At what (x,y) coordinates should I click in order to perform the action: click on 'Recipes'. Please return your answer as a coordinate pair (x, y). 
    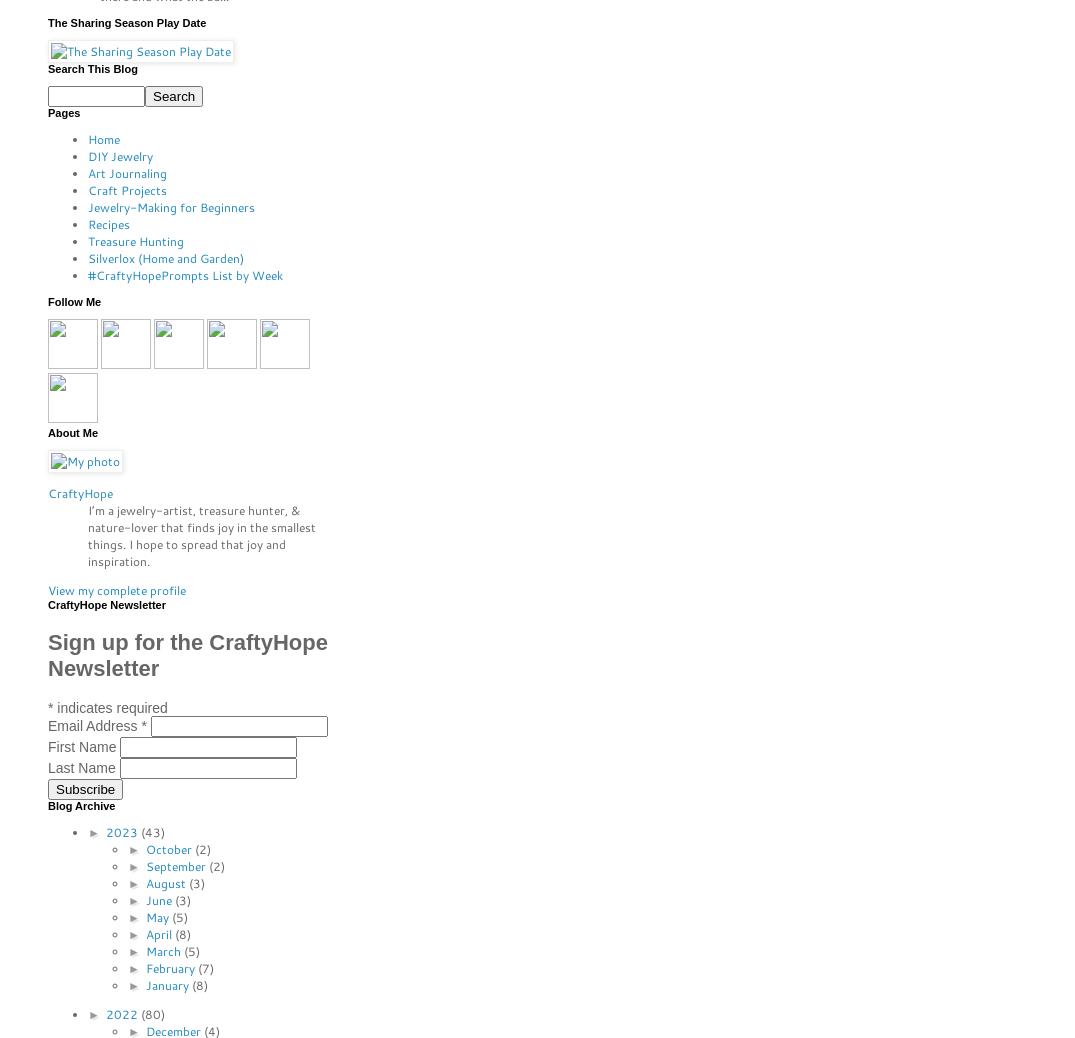
    Looking at the image, I should click on (108, 223).